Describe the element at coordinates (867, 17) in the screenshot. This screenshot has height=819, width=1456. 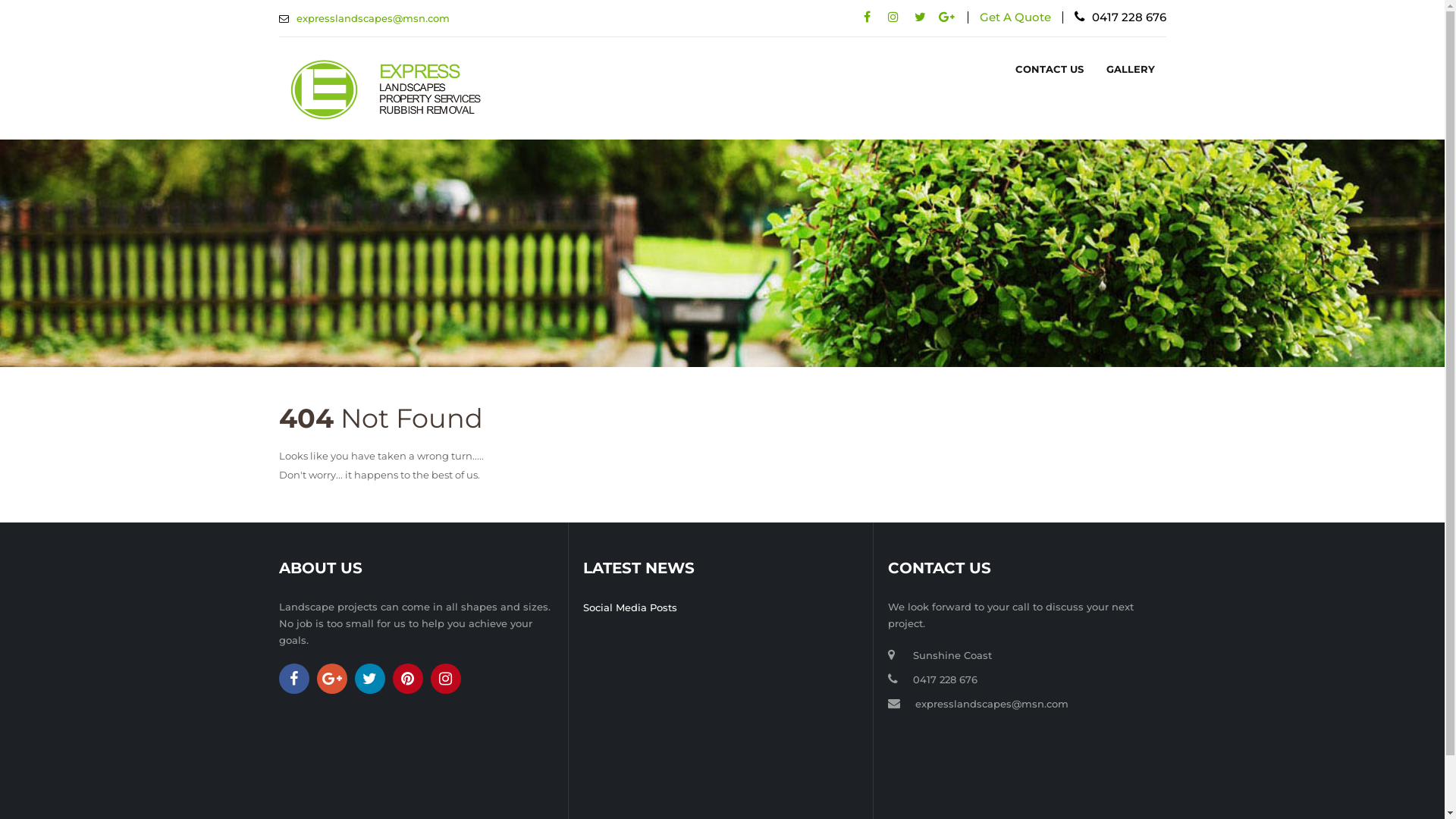
I see `'facebook'` at that location.